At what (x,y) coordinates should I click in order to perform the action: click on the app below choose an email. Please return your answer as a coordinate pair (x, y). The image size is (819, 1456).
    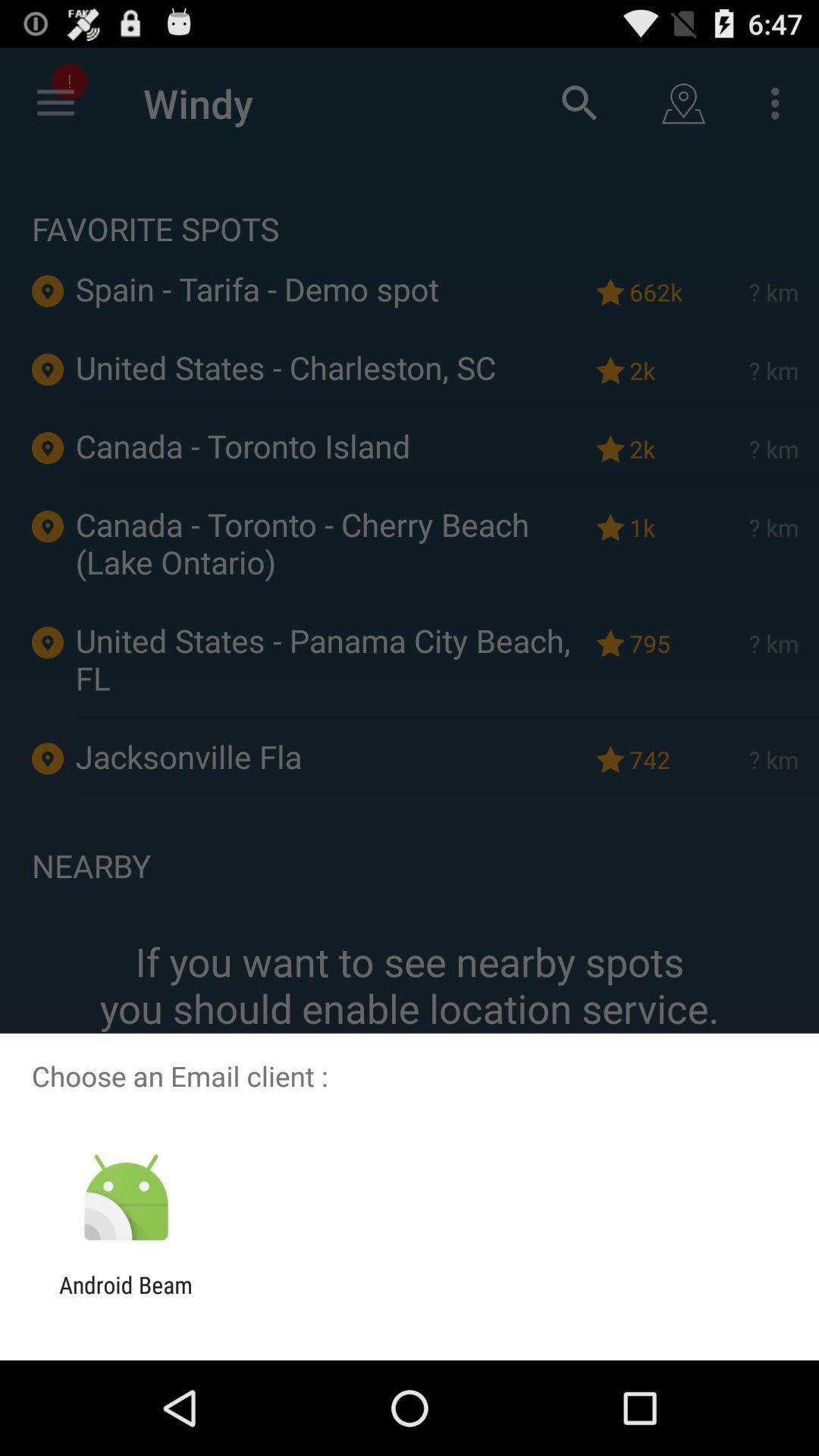
    Looking at the image, I should click on (125, 1197).